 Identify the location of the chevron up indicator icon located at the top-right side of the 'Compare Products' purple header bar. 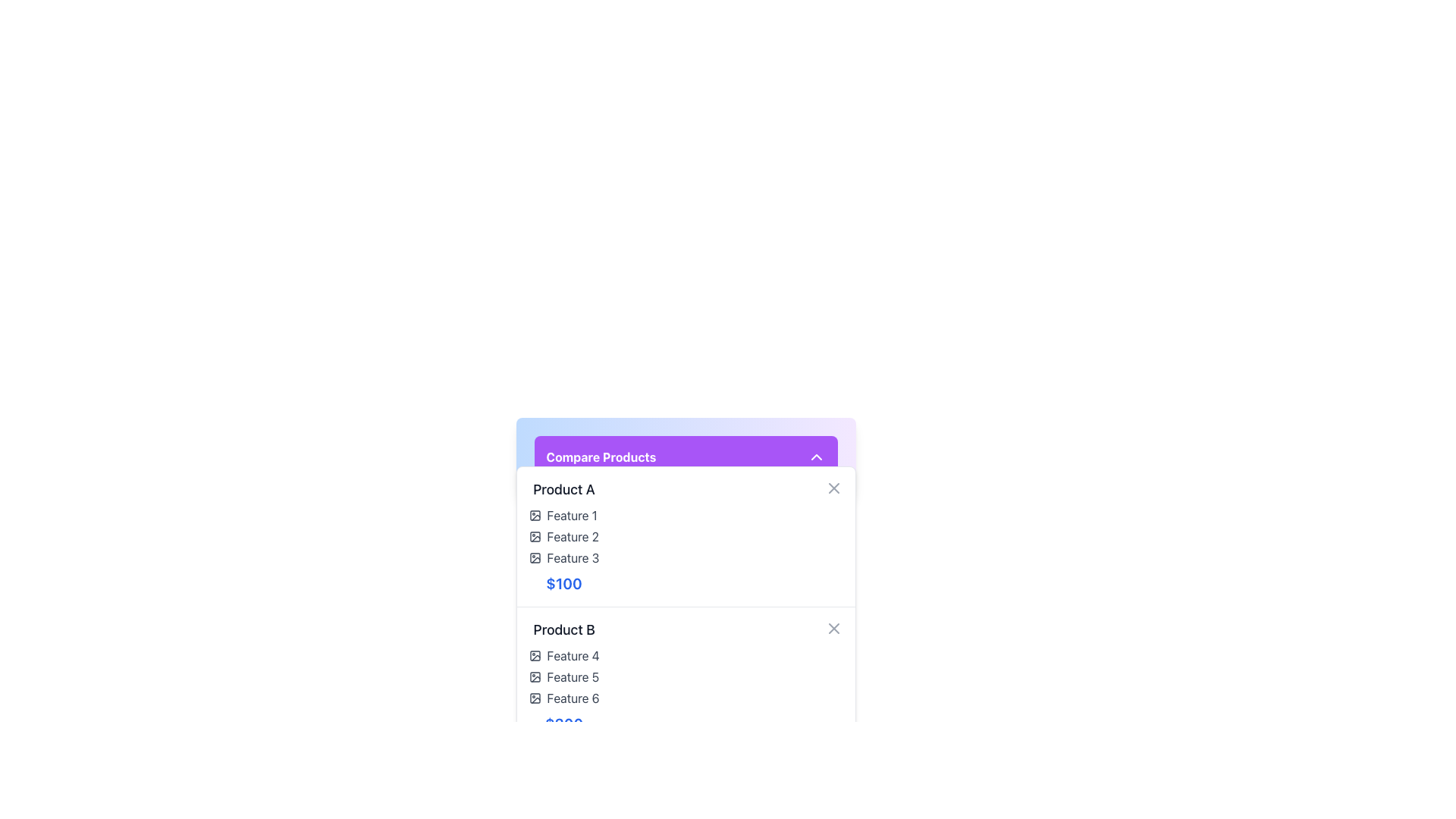
(815, 456).